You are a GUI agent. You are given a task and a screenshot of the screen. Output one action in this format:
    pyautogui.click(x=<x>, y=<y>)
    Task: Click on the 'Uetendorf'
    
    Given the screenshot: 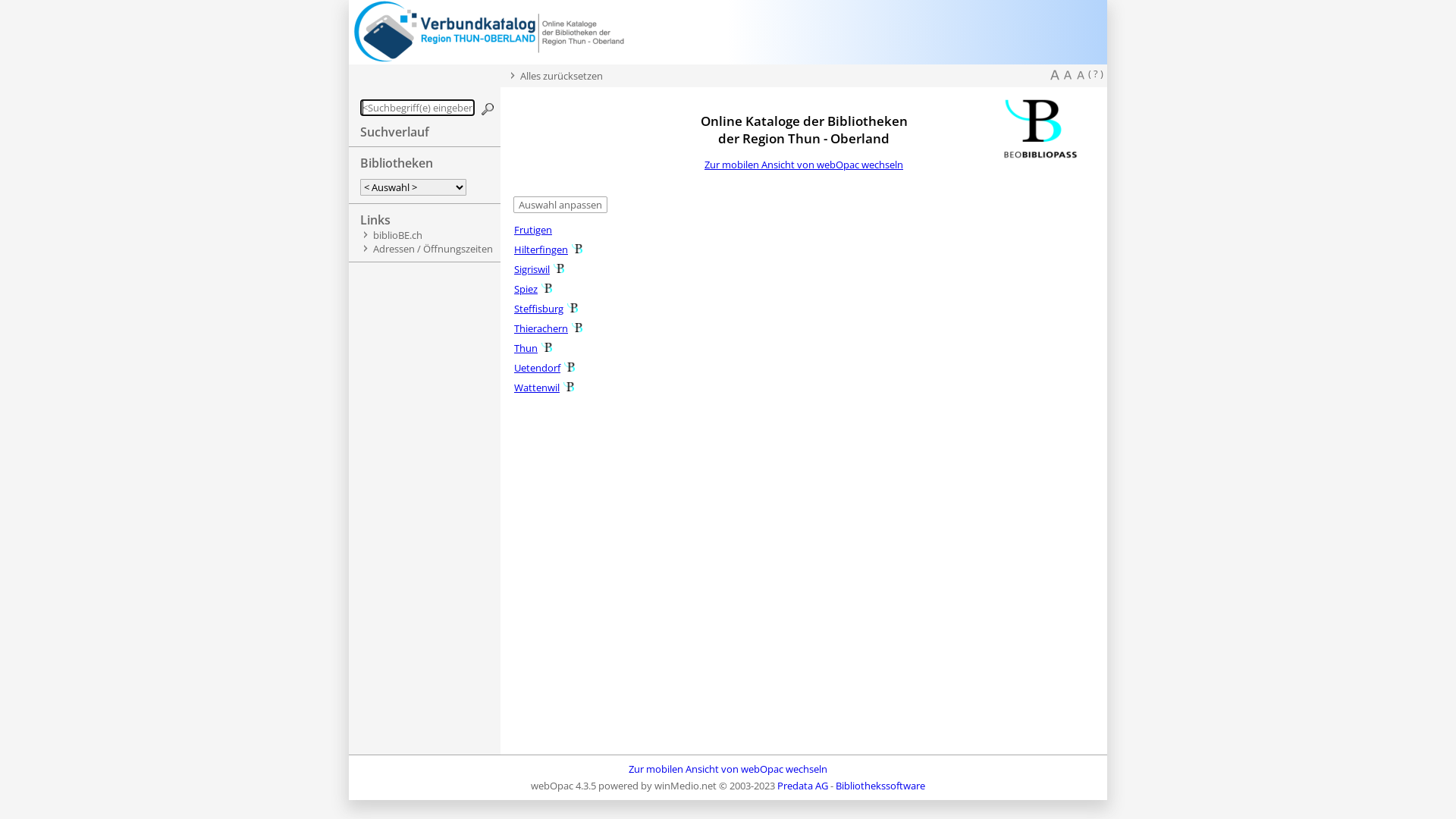 What is the action you would take?
    pyautogui.click(x=513, y=368)
    